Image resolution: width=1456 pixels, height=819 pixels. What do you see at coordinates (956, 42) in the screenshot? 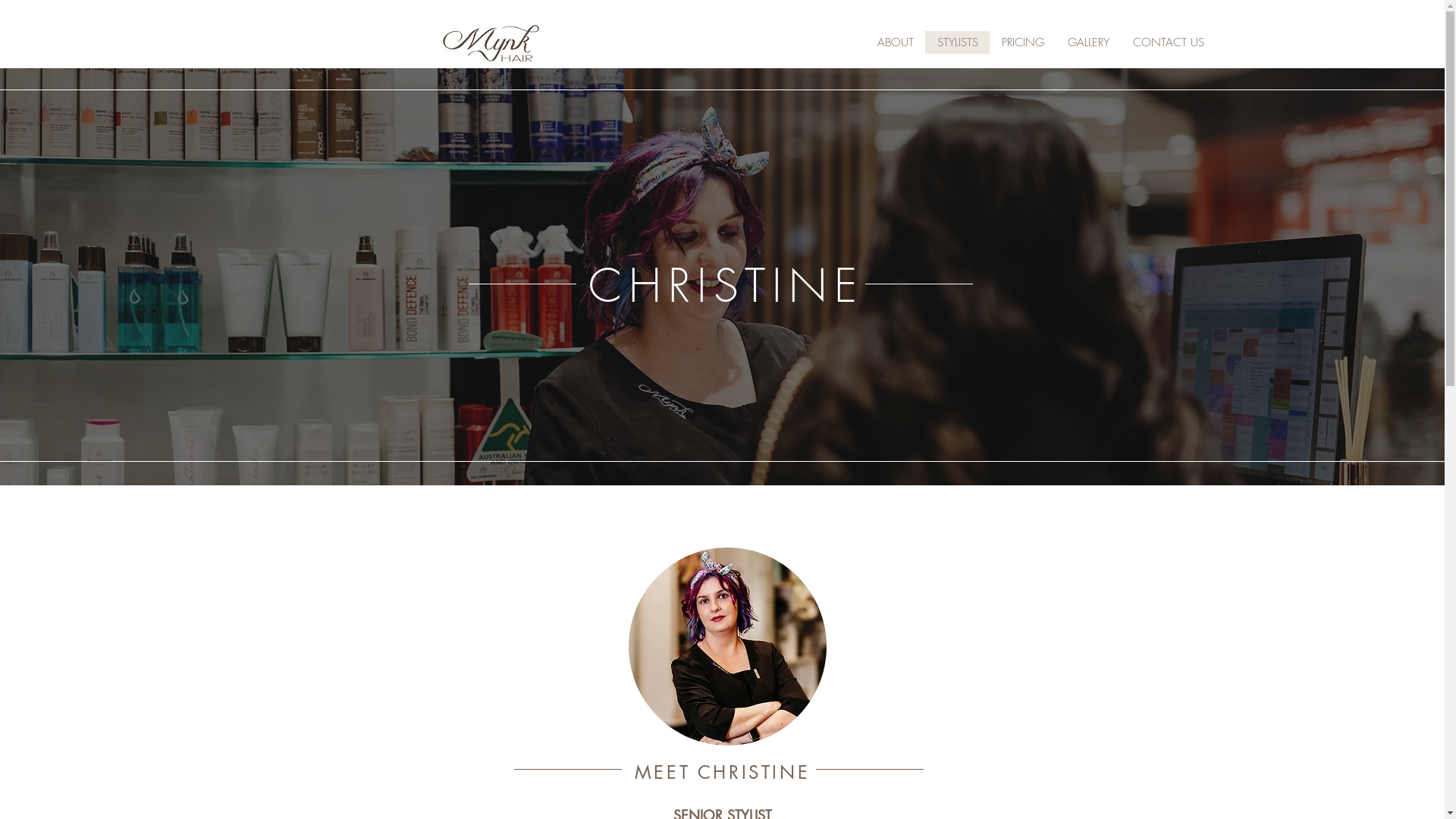
I see `'STYLISTS'` at bounding box center [956, 42].